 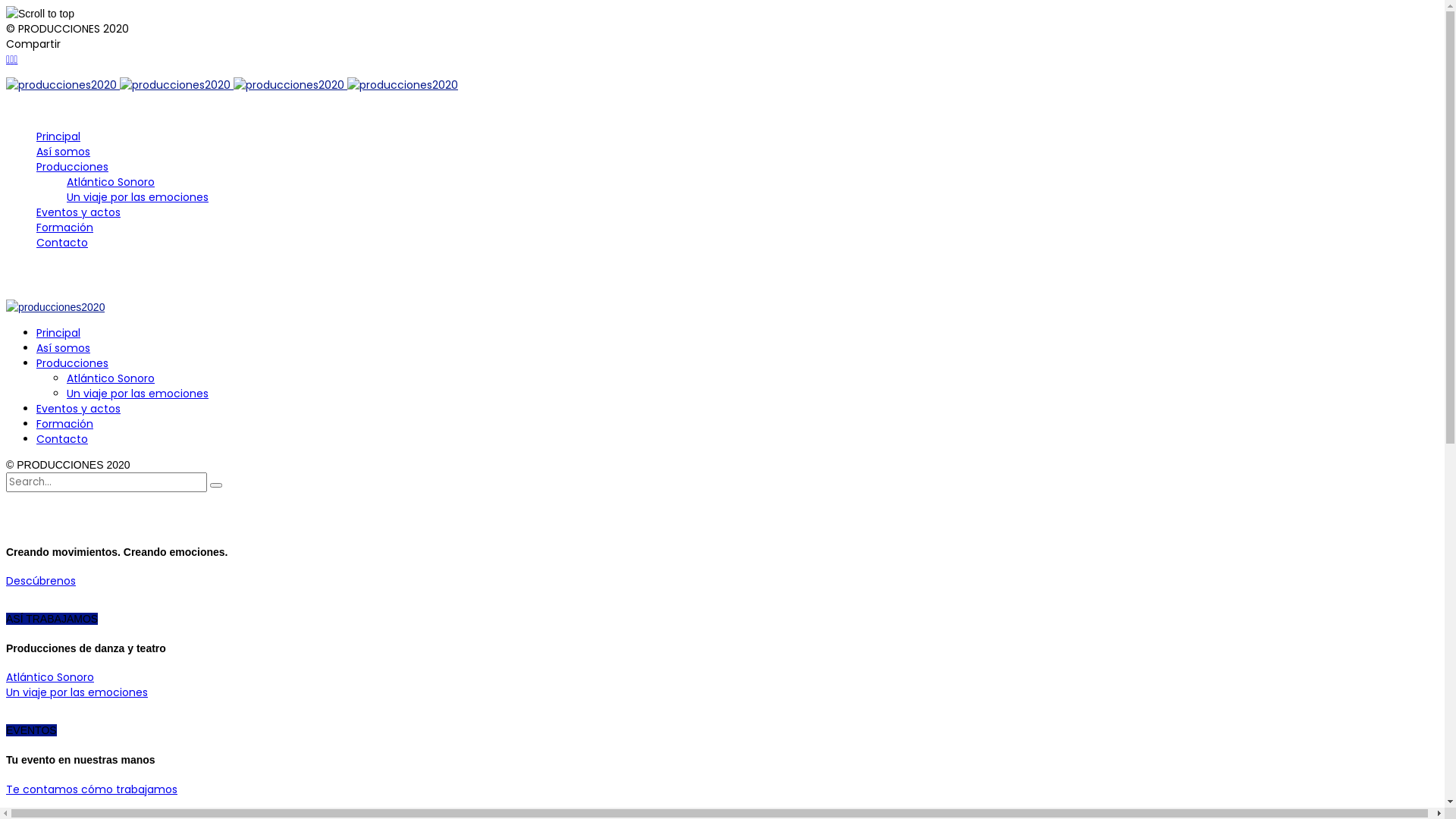 I want to click on 'Contacto', so click(x=61, y=242).